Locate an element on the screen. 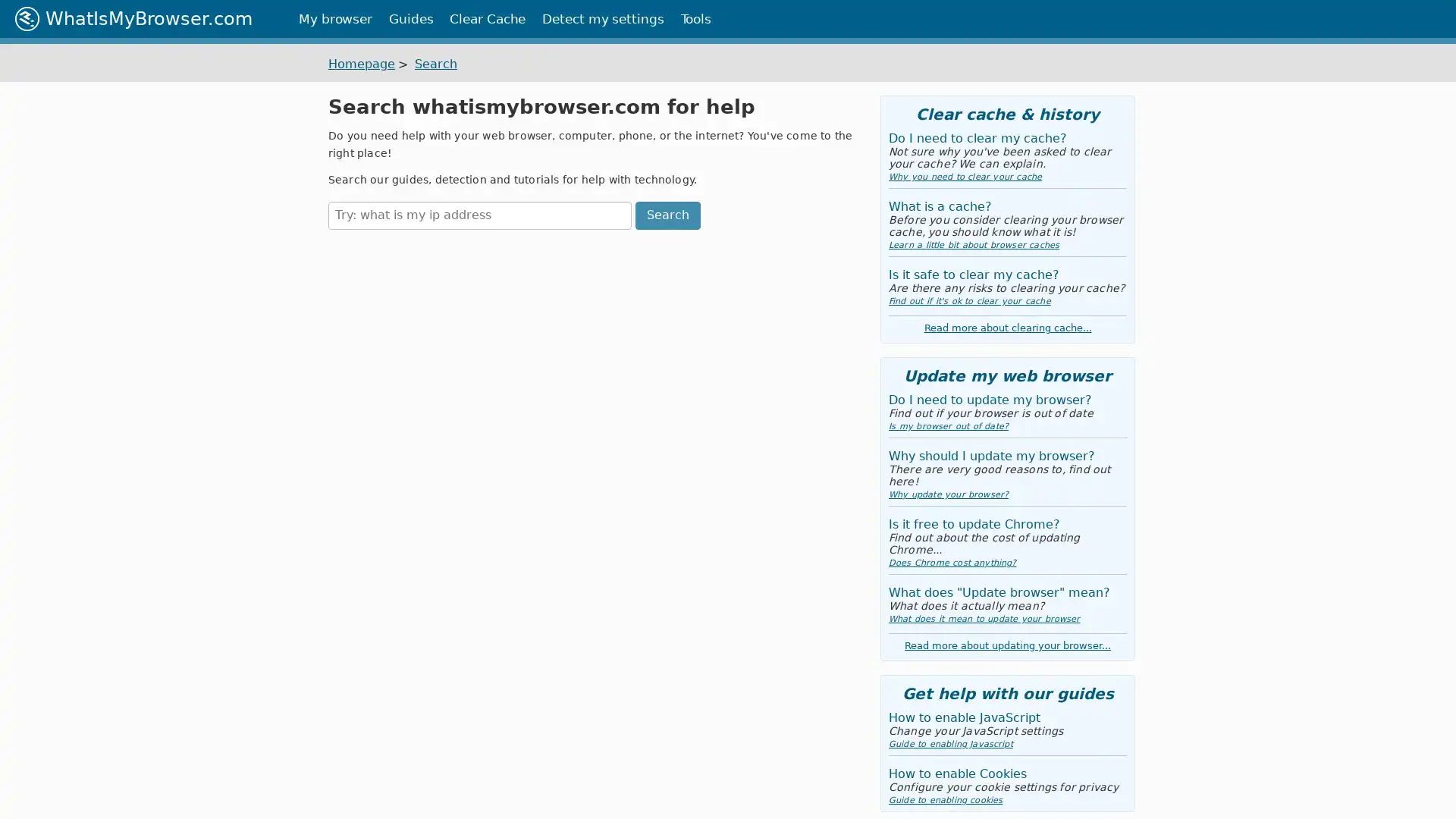 This screenshot has height=819, width=1456. Search is located at coordinates (667, 215).